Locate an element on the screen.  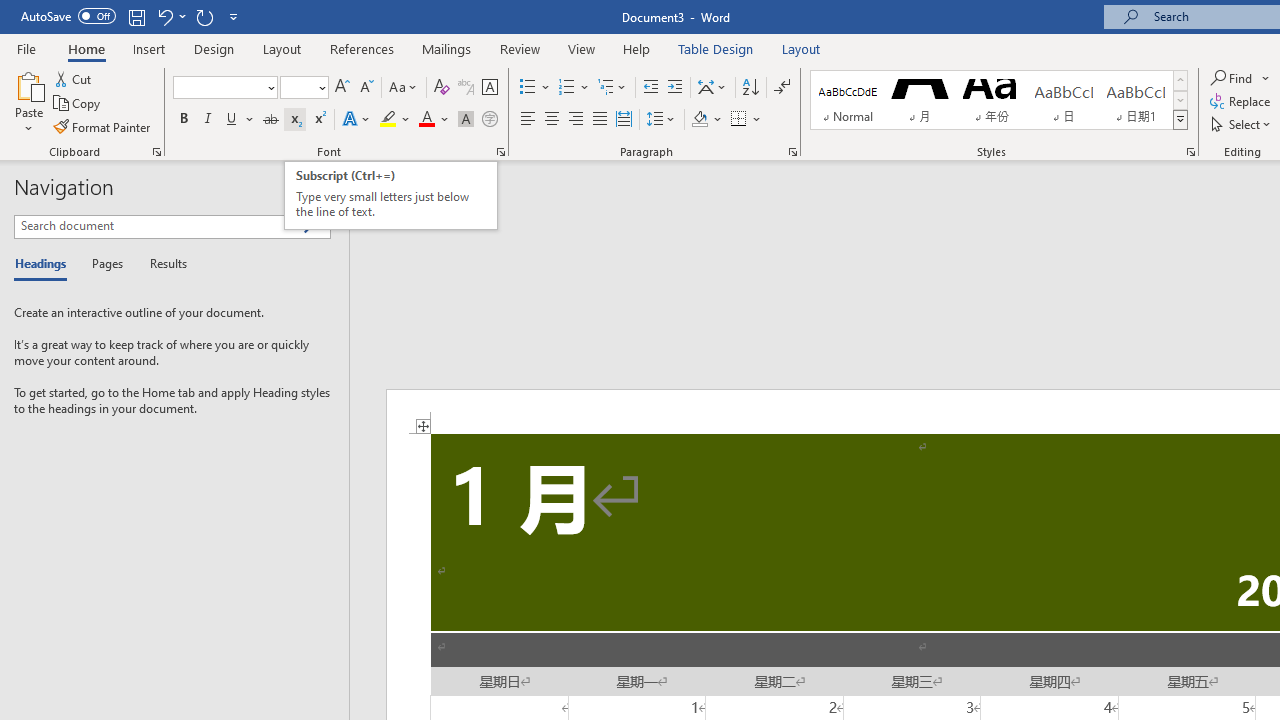
'Decrease Indent' is located at coordinates (650, 86).